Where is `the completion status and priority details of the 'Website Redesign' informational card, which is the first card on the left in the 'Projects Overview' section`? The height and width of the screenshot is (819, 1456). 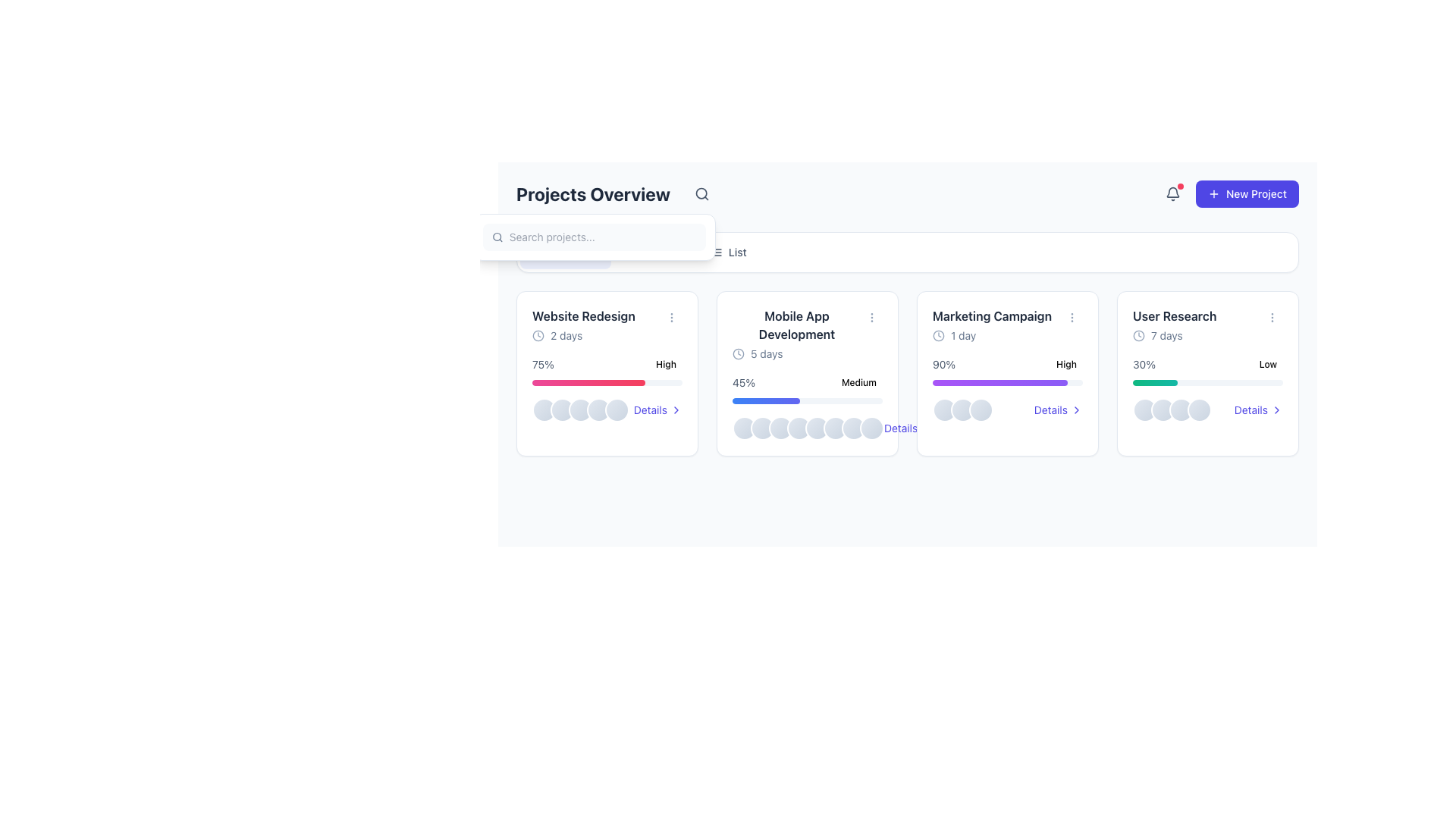 the completion status and priority details of the 'Website Redesign' informational card, which is the first card on the left in the 'Projects Overview' section is located at coordinates (607, 365).